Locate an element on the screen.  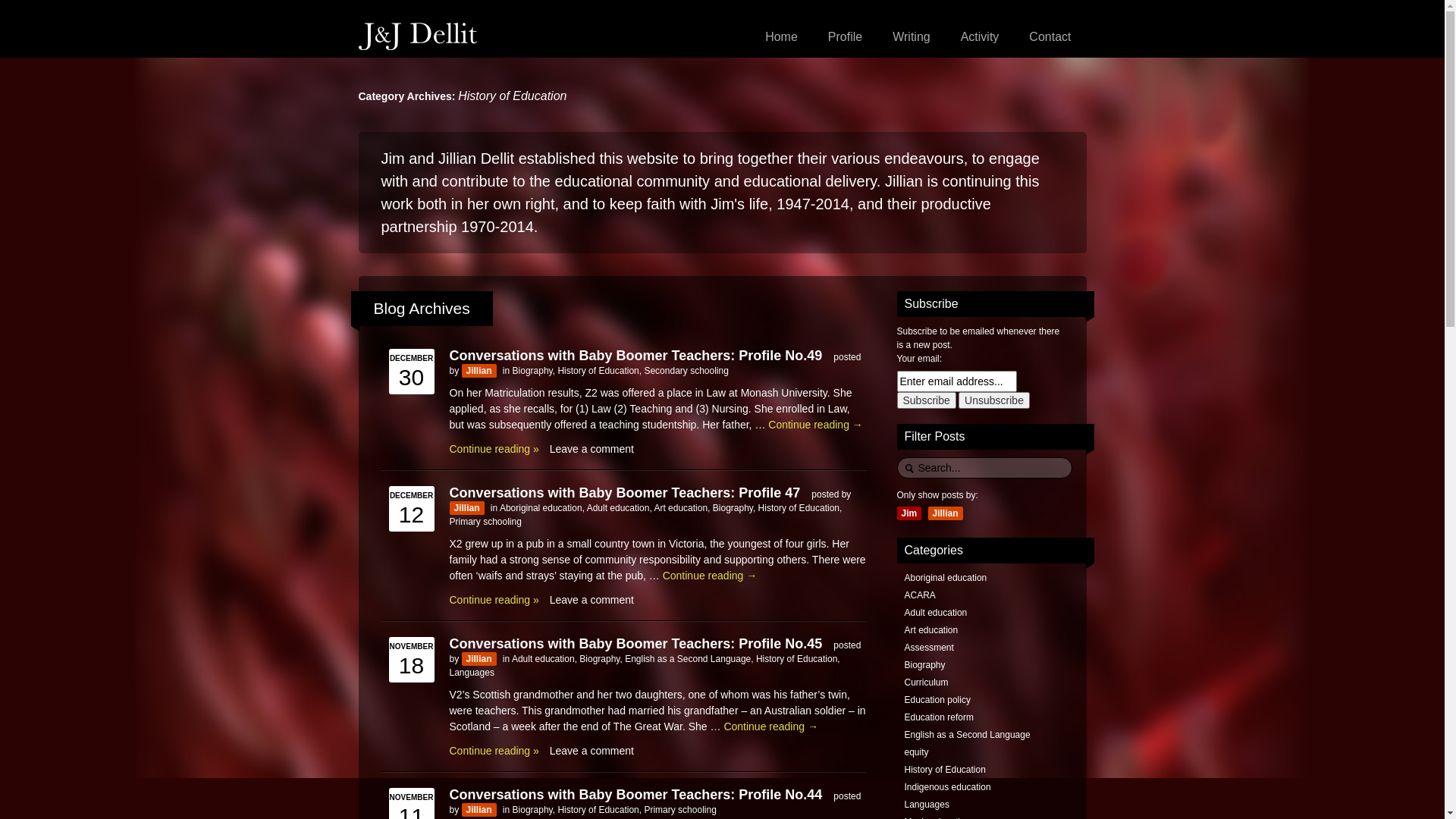
'Home' is located at coordinates (781, 36).